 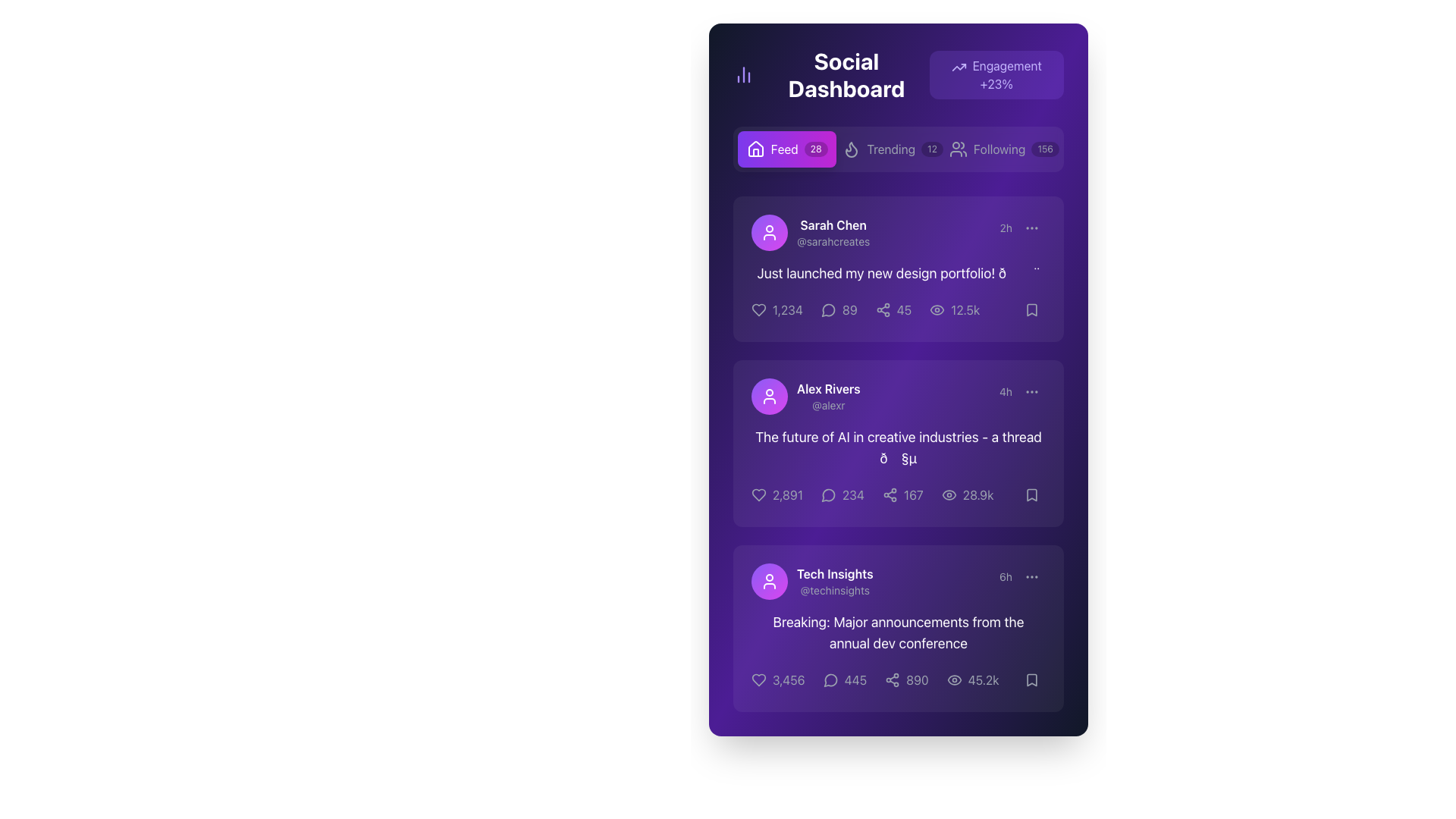 What do you see at coordinates (1031, 227) in the screenshot?
I see `the Horizontal Ellipsis icon in the upper-right corner of Sarah Chen's post` at bounding box center [1031, 227].